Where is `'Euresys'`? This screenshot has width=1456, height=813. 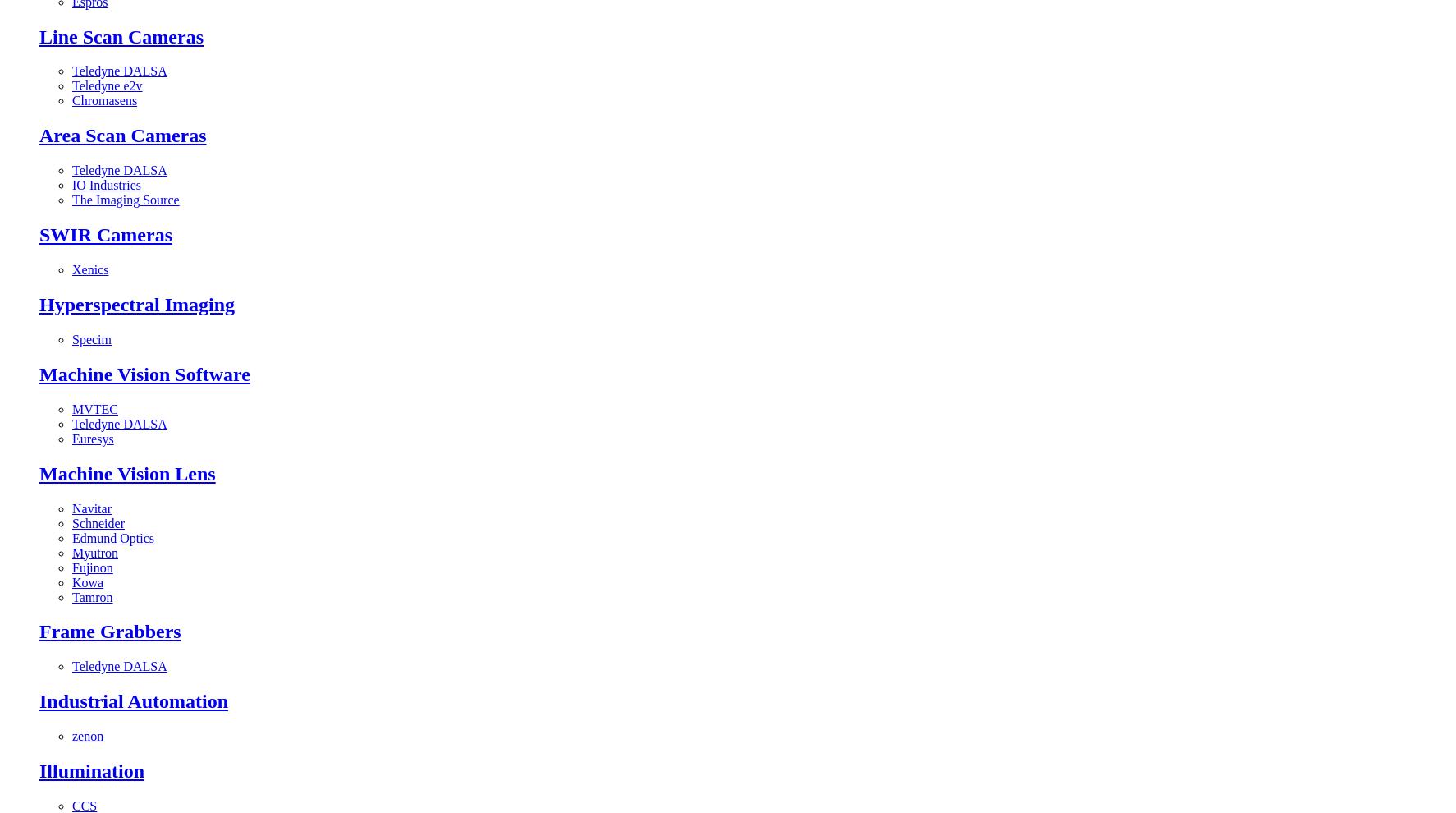 'Euresys' is located at coordinates (93, 437).